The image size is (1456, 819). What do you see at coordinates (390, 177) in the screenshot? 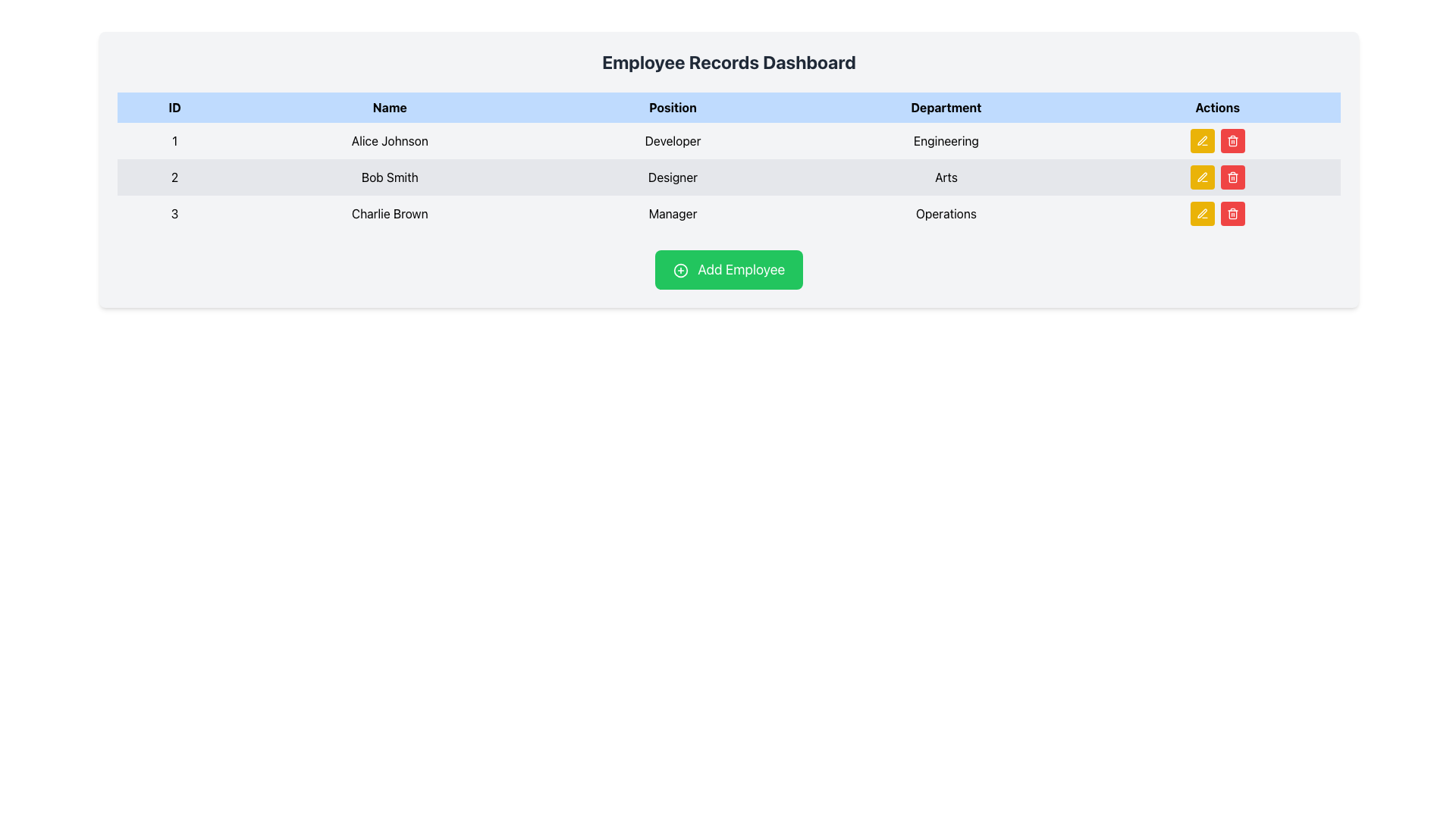
I see `the text label displaying the name 'Bob Smith' in the second row of the table under the 'Name' column` at bounding box center [390, 177].